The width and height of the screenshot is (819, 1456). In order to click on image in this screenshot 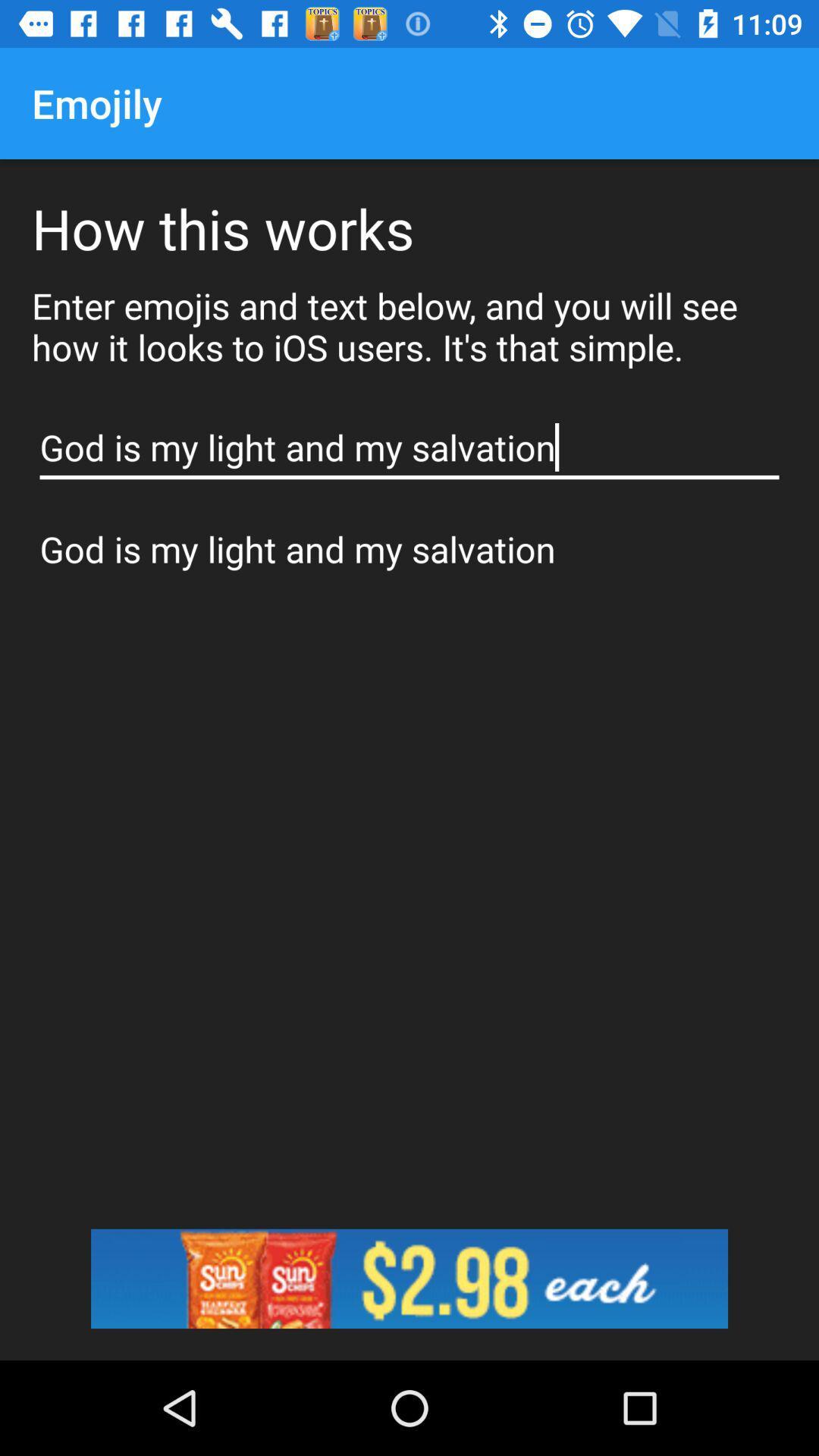, I will do `click(409, 1278)`.